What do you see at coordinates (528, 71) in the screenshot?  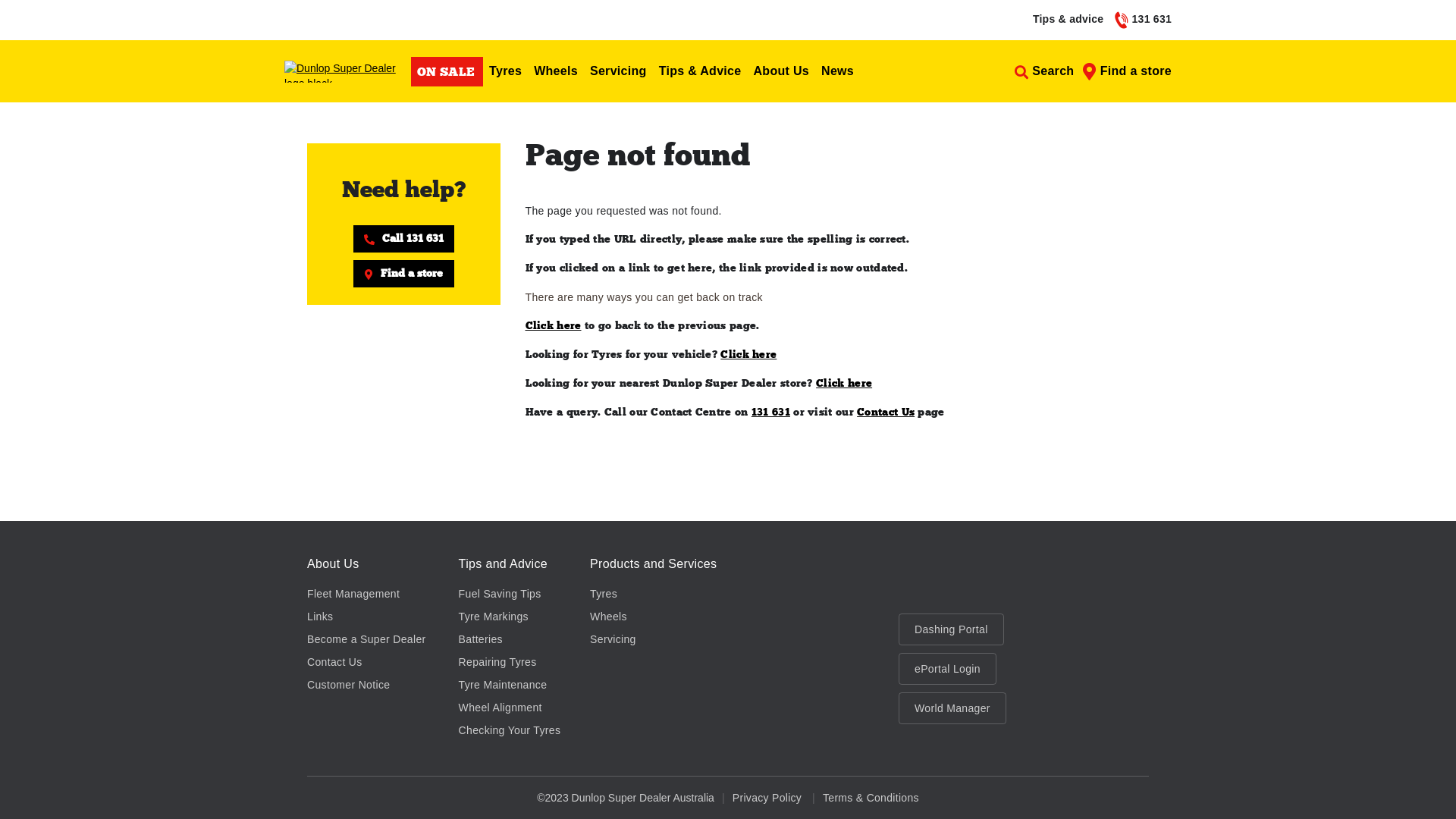 I see `'Wheels'` at bounding box center [528, 71].